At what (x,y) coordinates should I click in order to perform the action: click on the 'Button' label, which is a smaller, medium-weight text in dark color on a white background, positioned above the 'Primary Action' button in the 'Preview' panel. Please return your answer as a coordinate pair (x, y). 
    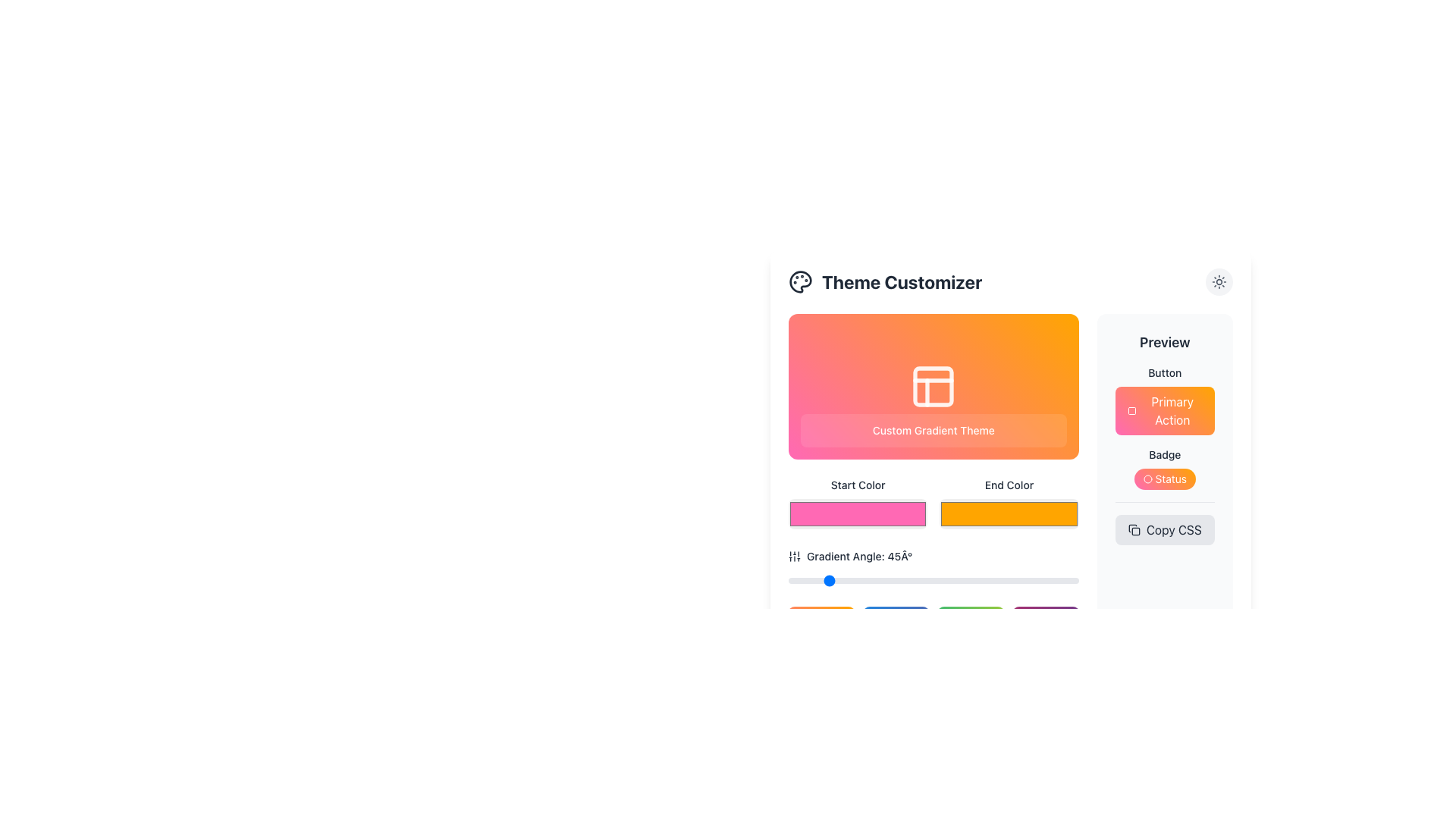
    Looking at the image, I should click on (1164, 373).